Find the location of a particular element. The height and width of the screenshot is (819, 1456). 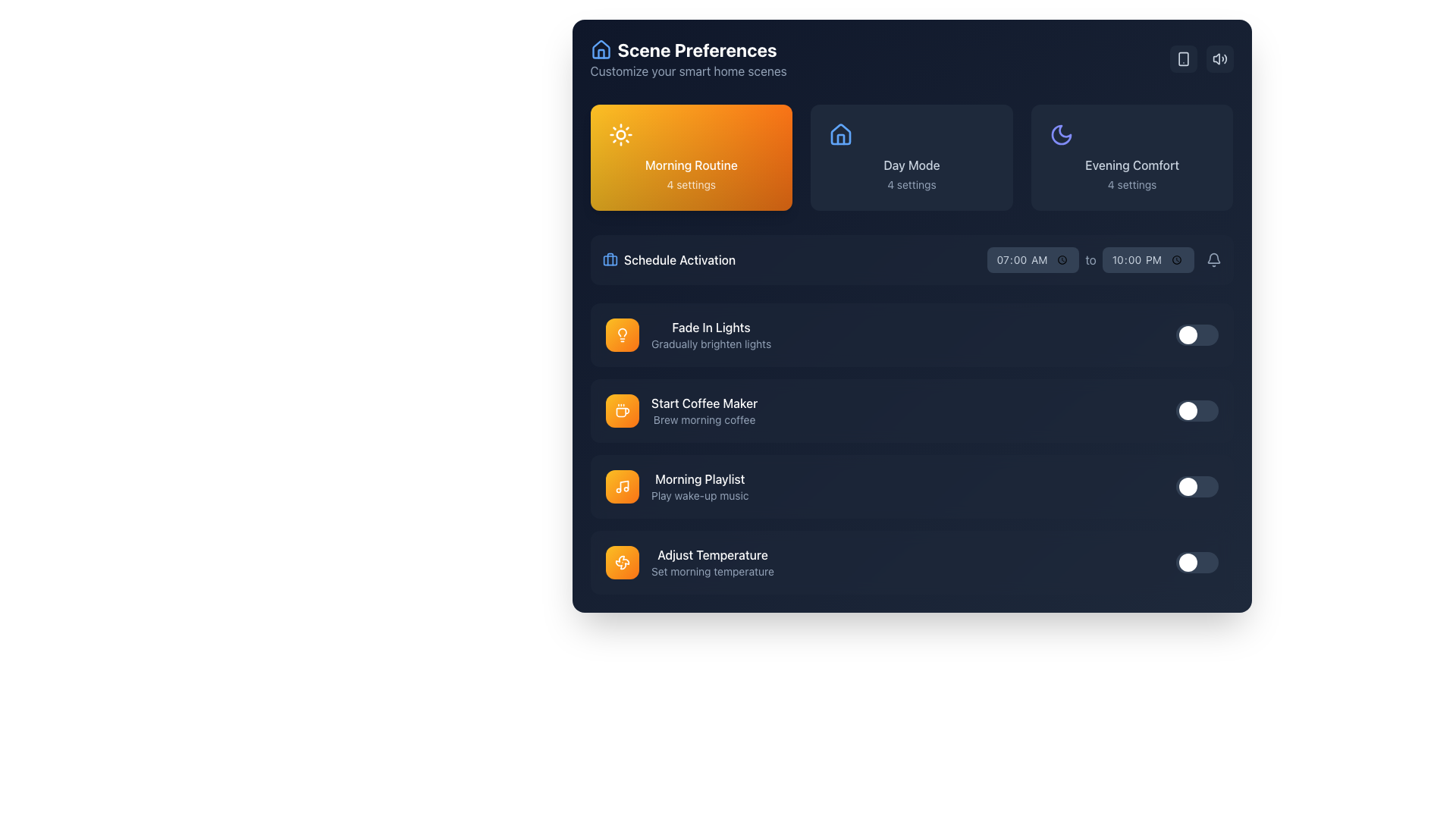

the toggle switch for 'Start Coffee Maker' to change its state is located at coordinates (1196, 411).